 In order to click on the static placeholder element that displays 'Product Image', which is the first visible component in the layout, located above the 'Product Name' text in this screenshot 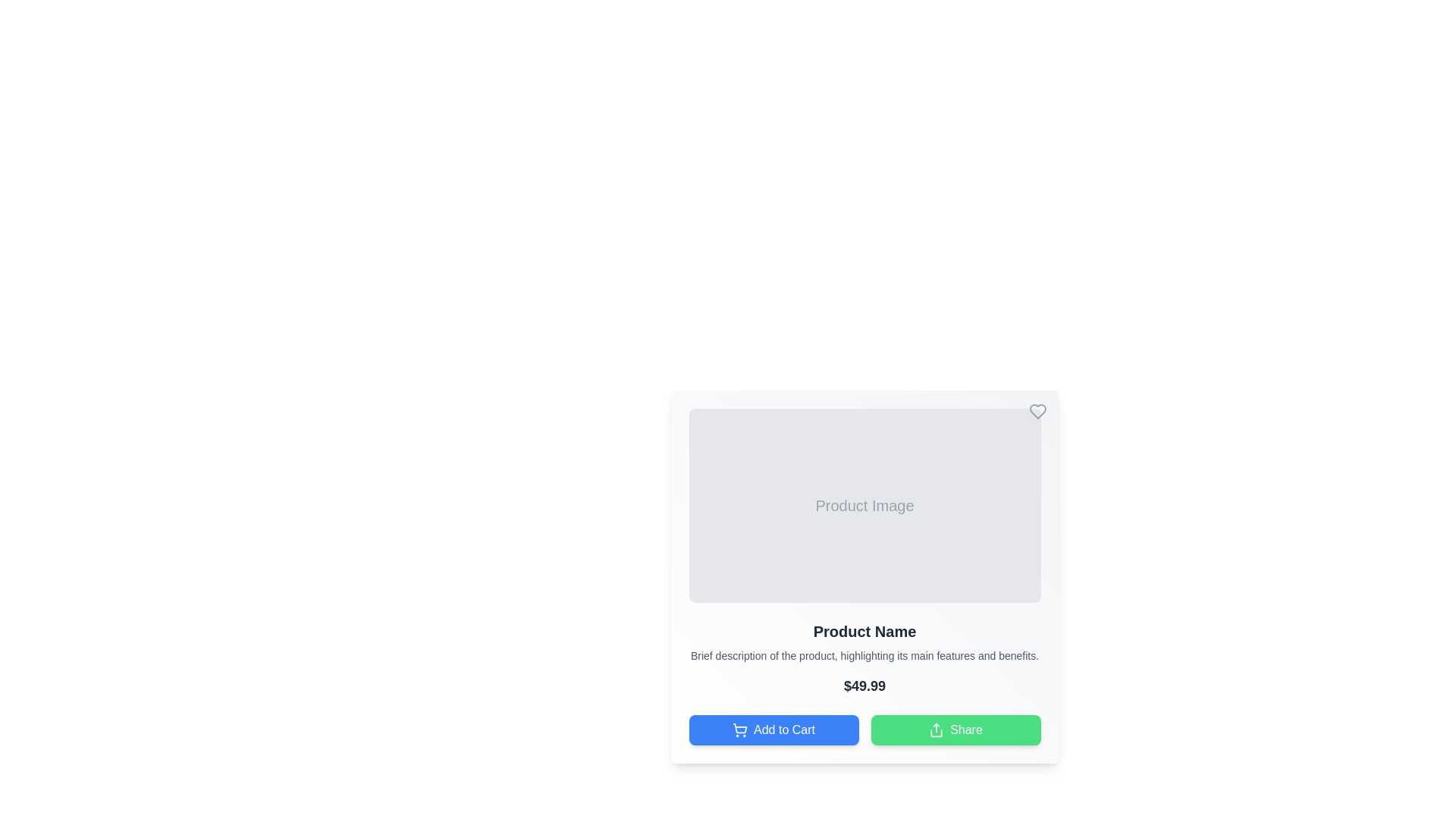, I will do `click(864, 506)`.